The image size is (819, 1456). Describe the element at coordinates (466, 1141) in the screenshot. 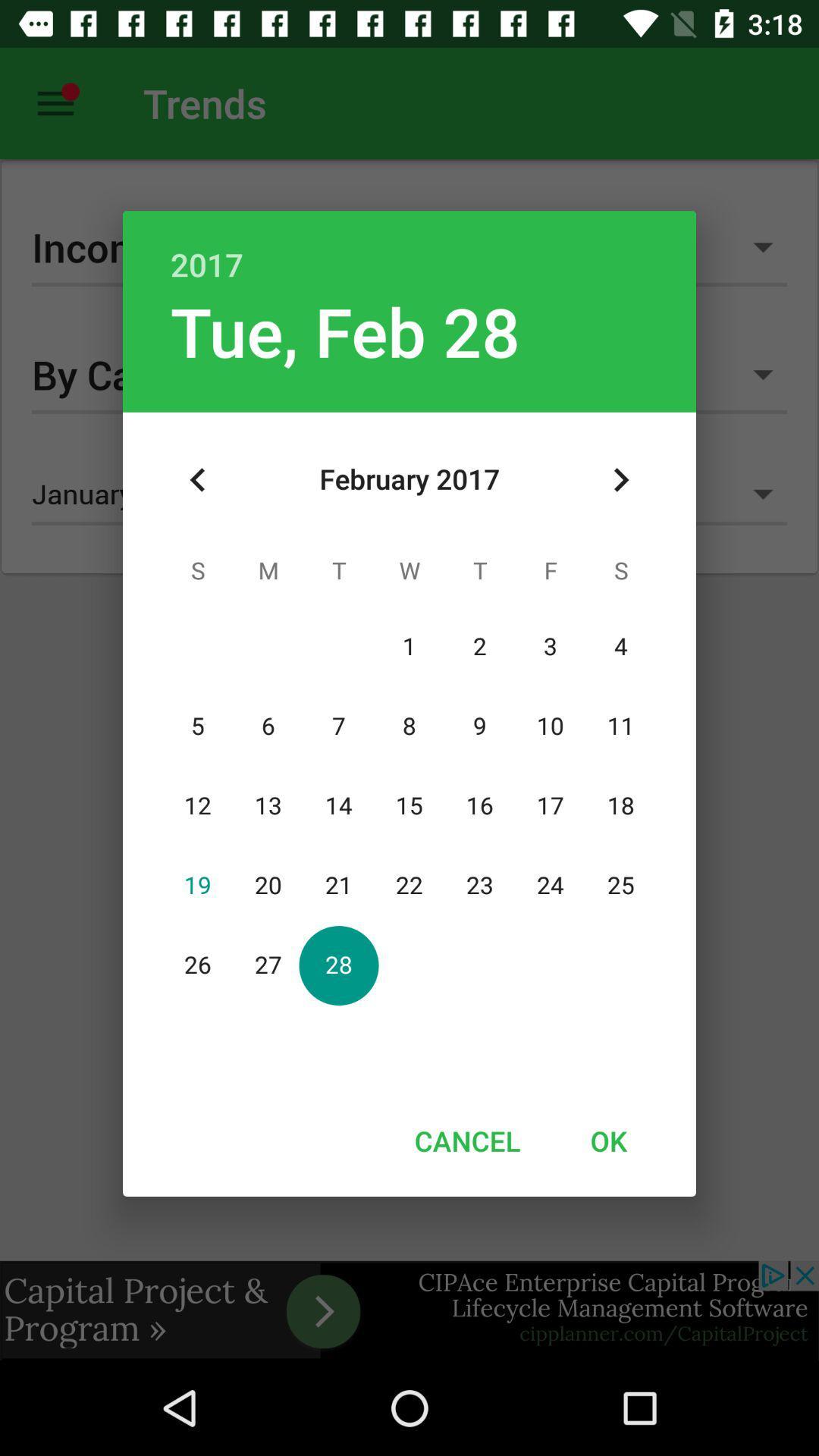

I see `cancel icon` at that location.